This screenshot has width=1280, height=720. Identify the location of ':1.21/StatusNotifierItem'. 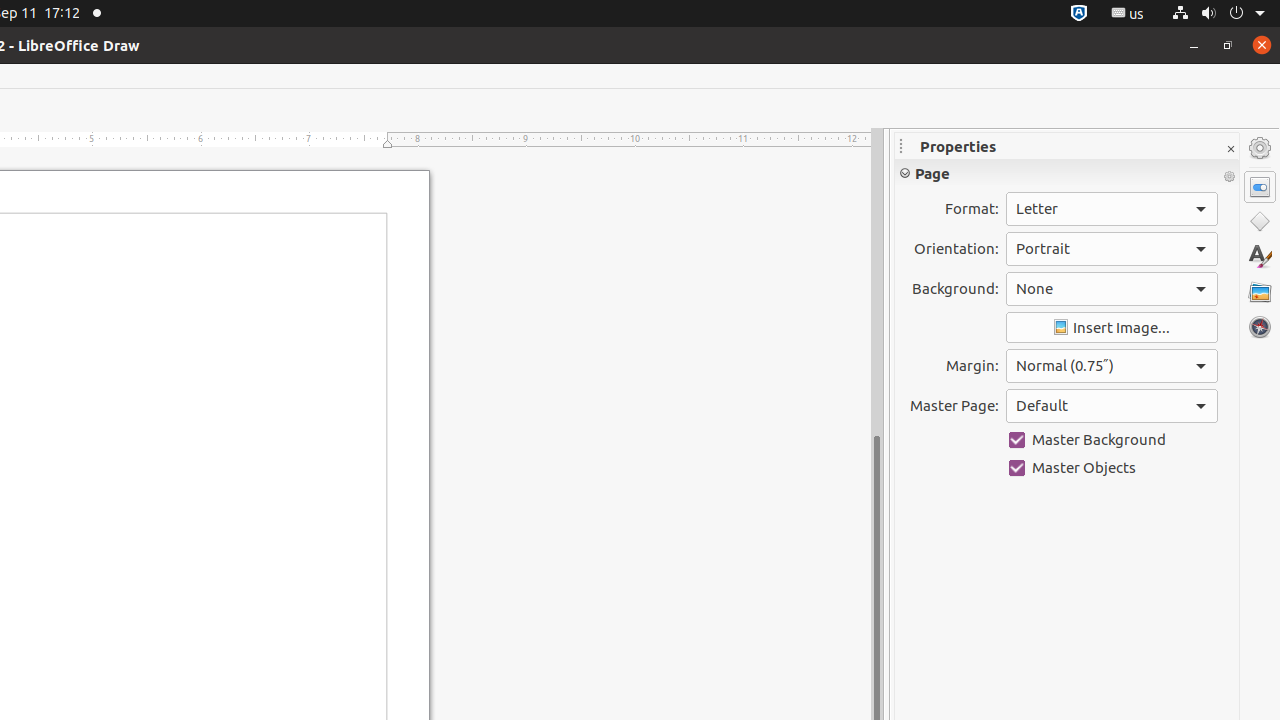
(1127, 13).